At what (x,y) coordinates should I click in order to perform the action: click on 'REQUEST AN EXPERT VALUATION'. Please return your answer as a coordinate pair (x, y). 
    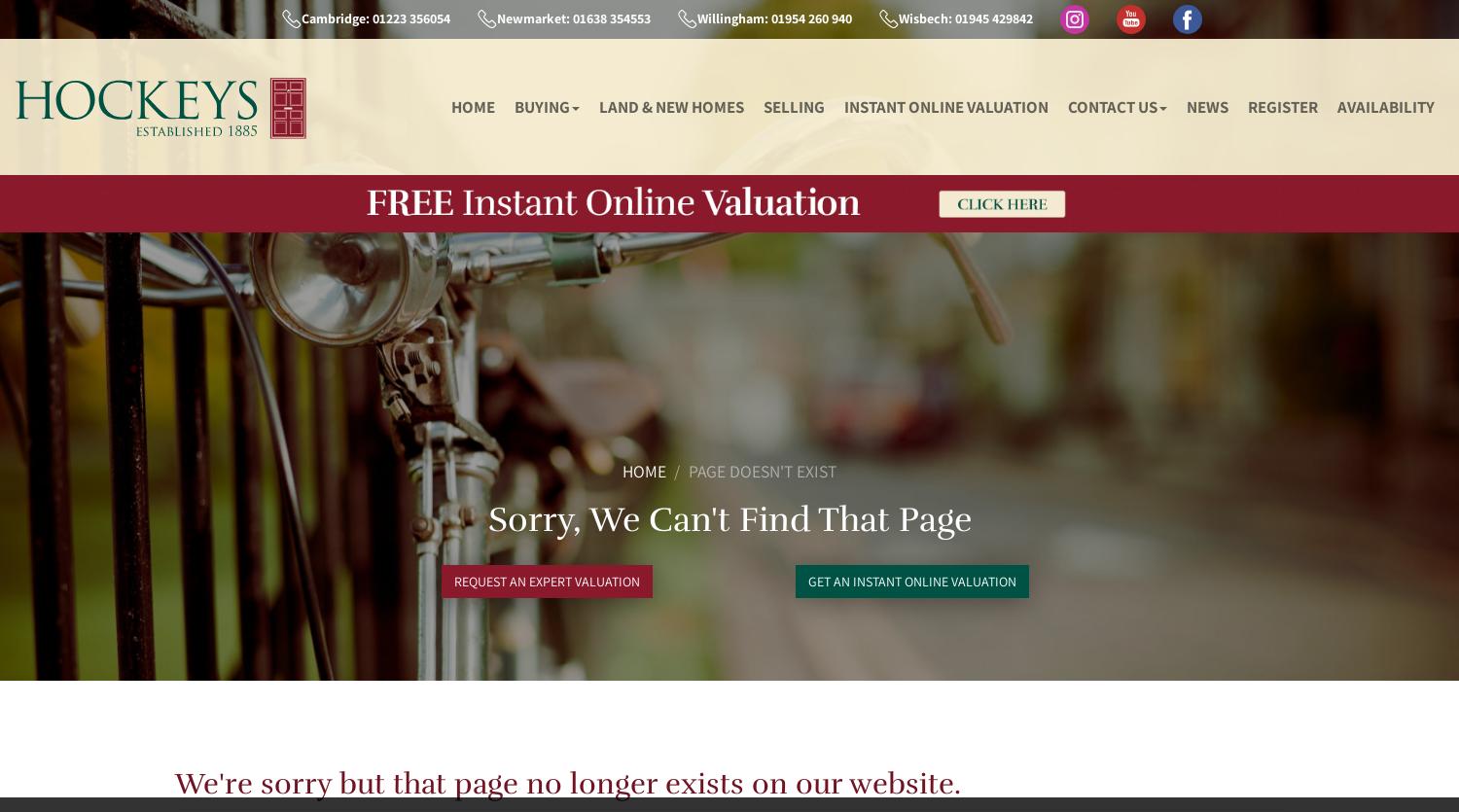
    Looking at the image, I should click on (547, 581).